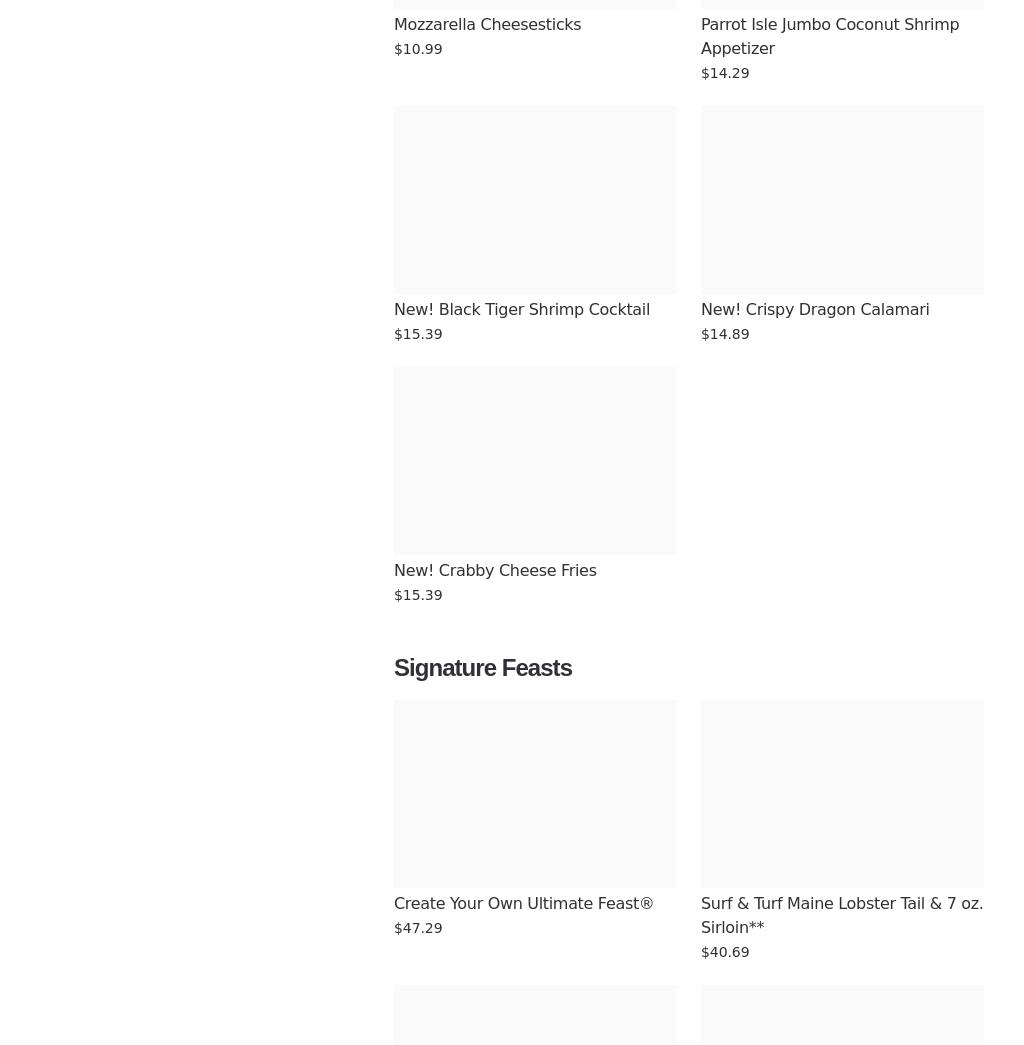 The width and height of the screenshot is (1024, 1045). Describe the element at coordinates (843, 915) in the screenshot. I see `'Surf & Turf Maine Lobster Tail & 7 oz. Sirloin**'` at that location.